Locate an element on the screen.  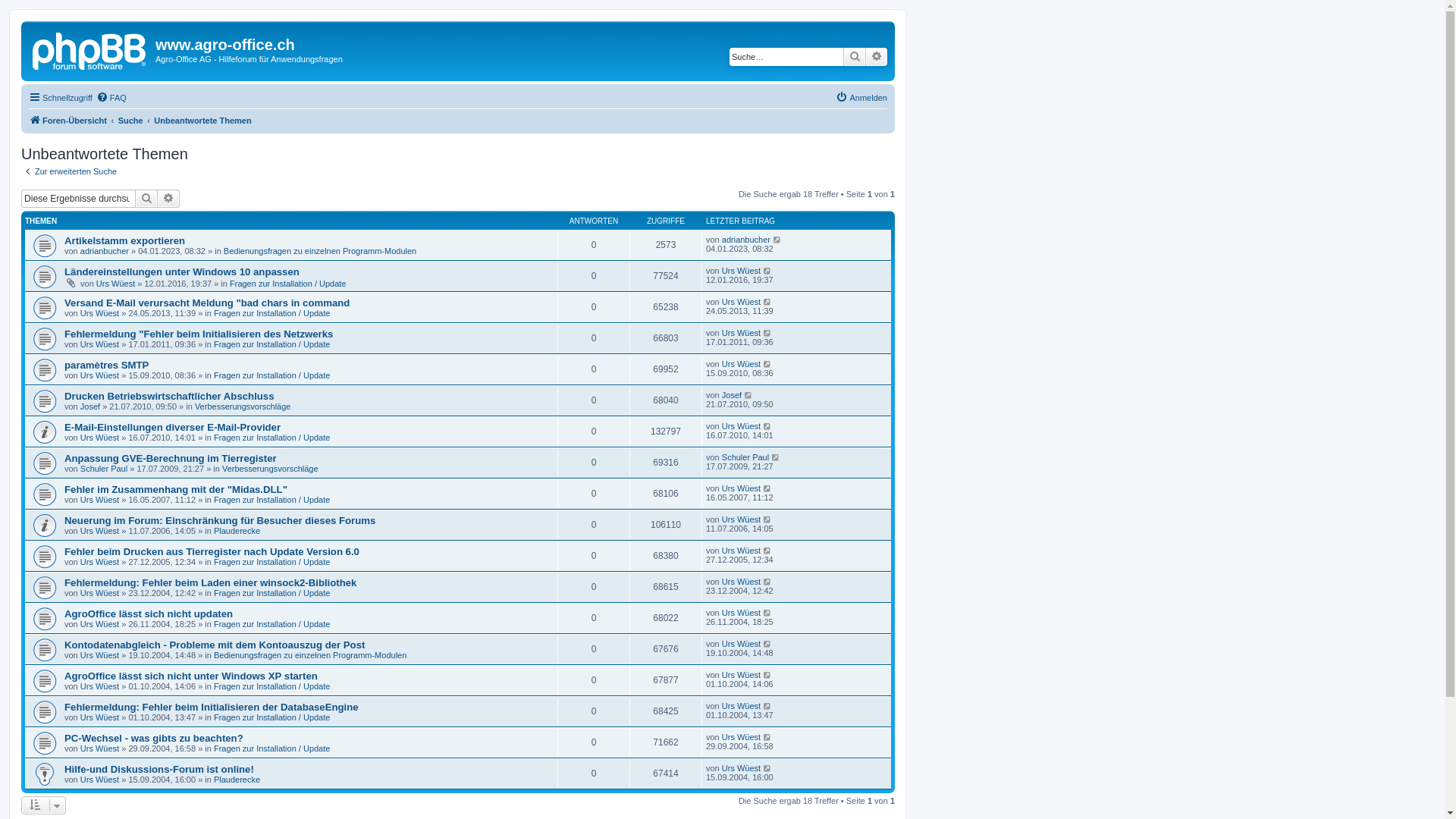
'Erweiterte Suche' is located at coordinates (877, 55).